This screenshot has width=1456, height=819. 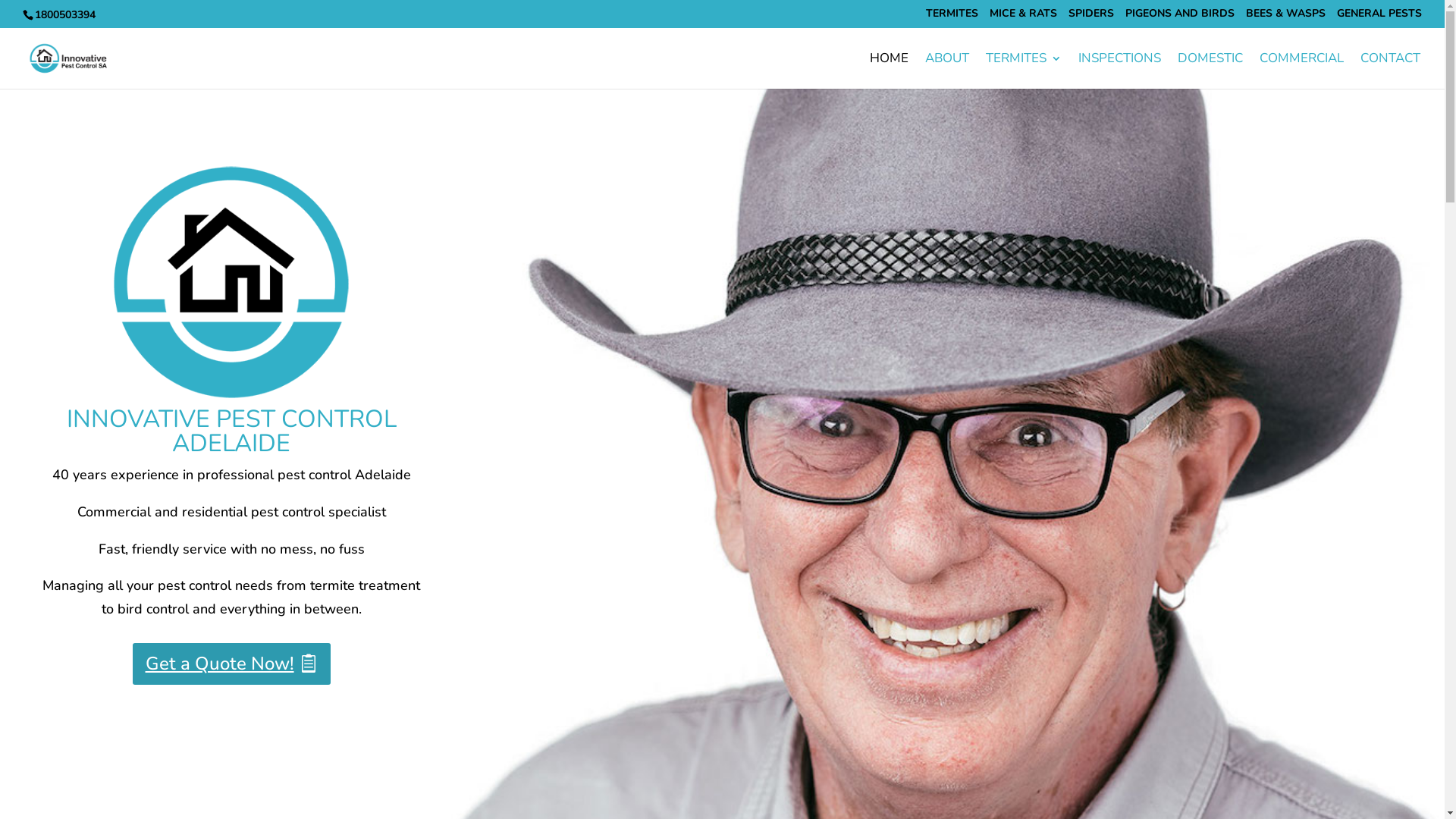 What do you see at coordinates (1210, 71) in the screenshot?
I see `'DOMESTIC'` at bounding box center [1210, 71].